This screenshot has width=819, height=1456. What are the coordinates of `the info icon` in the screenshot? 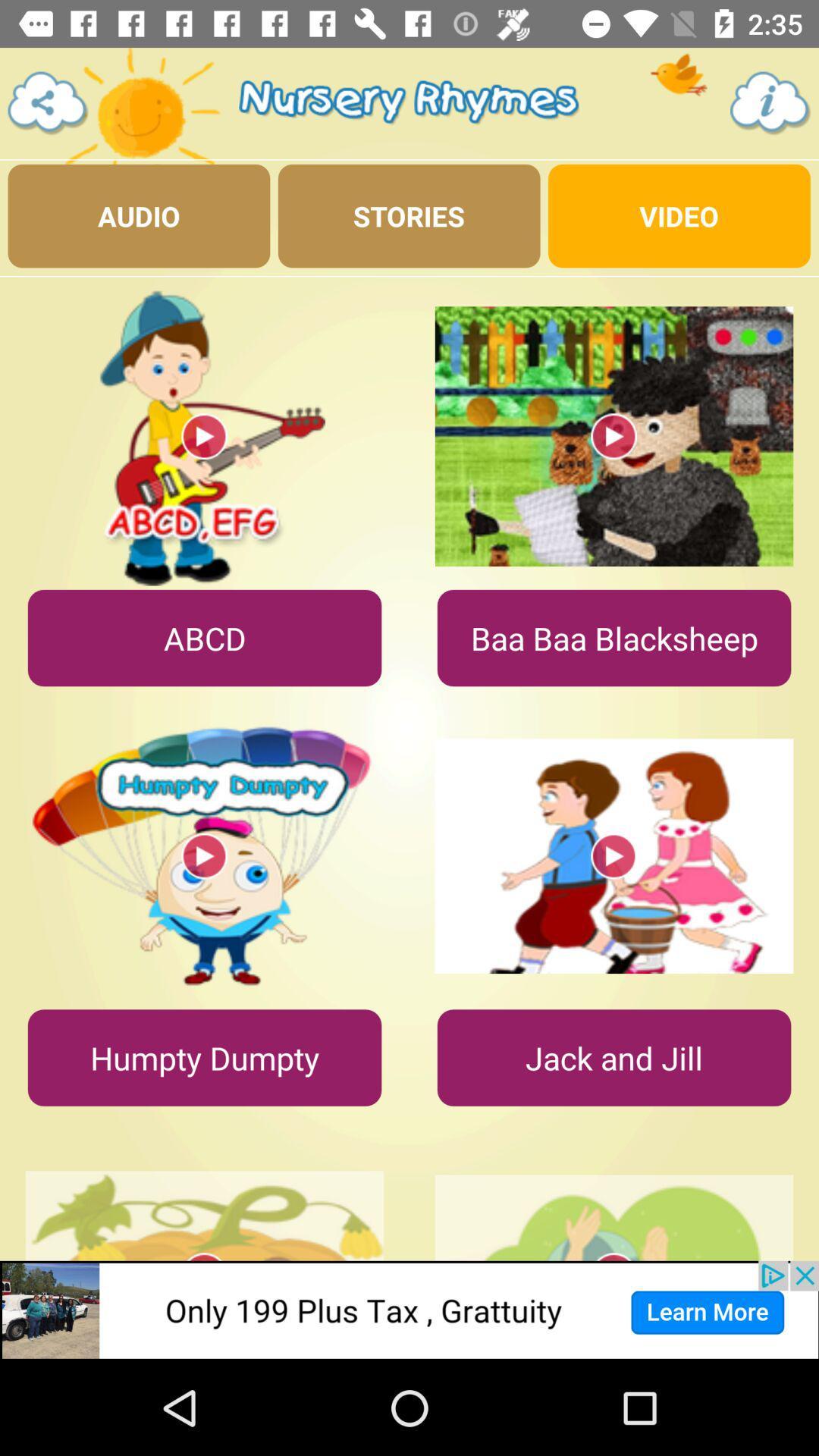 It's located at (770, 102).